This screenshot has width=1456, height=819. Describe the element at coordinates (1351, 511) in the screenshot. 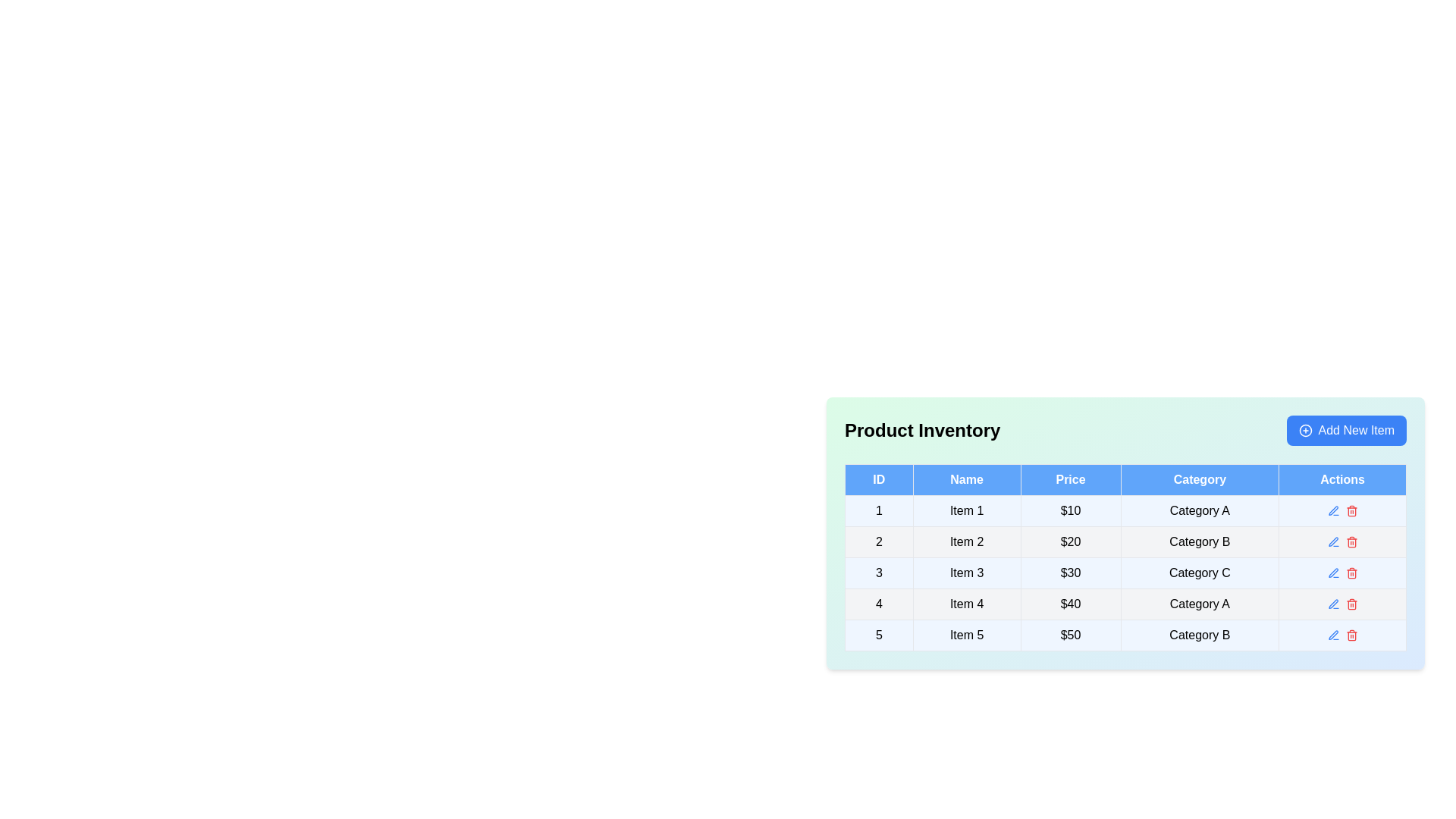

I see `the trash icon delete button, which is styled in red and located at the far-right end of the row in the 'Actions' column of the table` at that location.